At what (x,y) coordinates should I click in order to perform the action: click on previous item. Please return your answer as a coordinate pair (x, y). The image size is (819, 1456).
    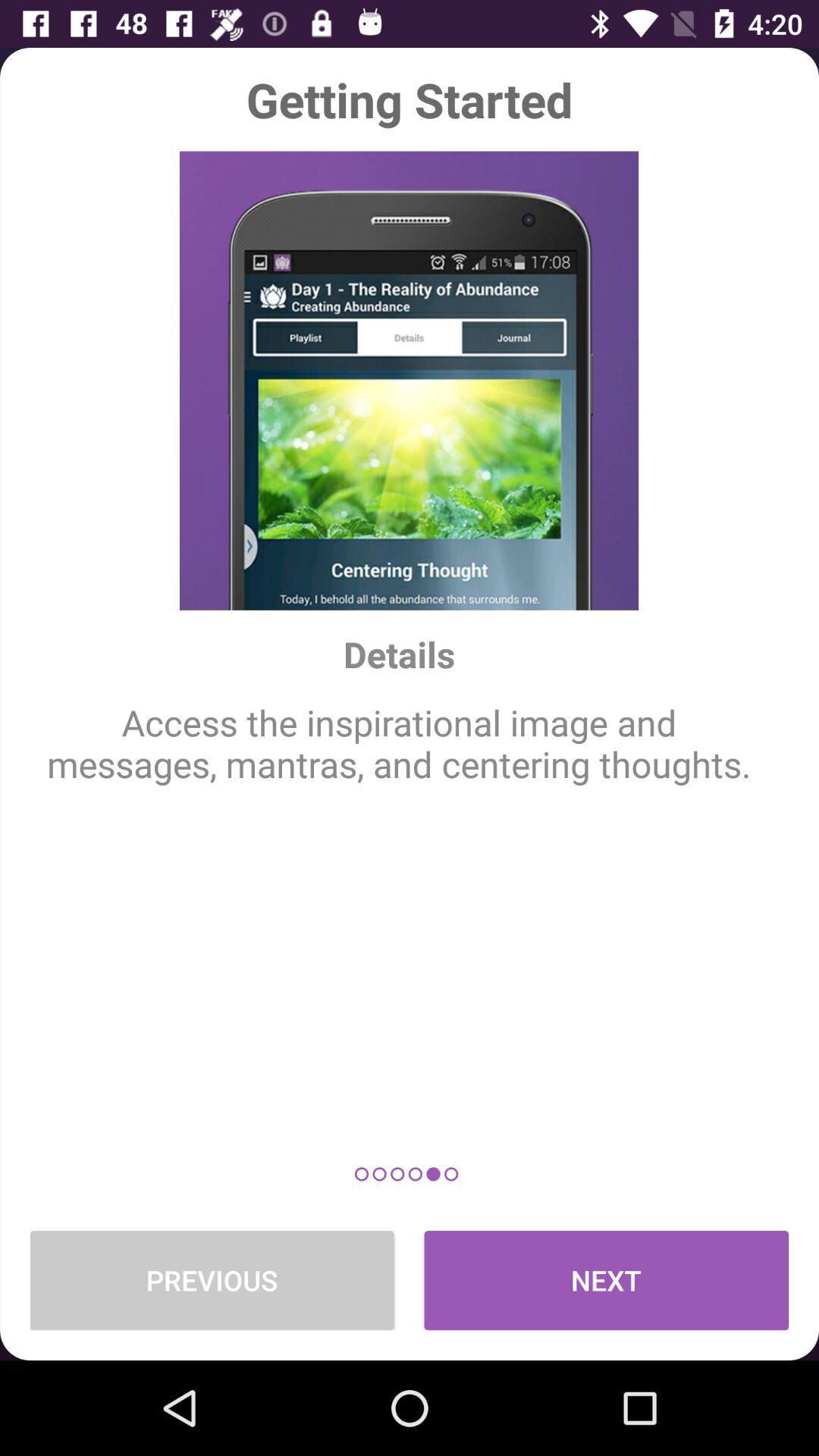
    Looking at the image, I should click on (212, 1279).